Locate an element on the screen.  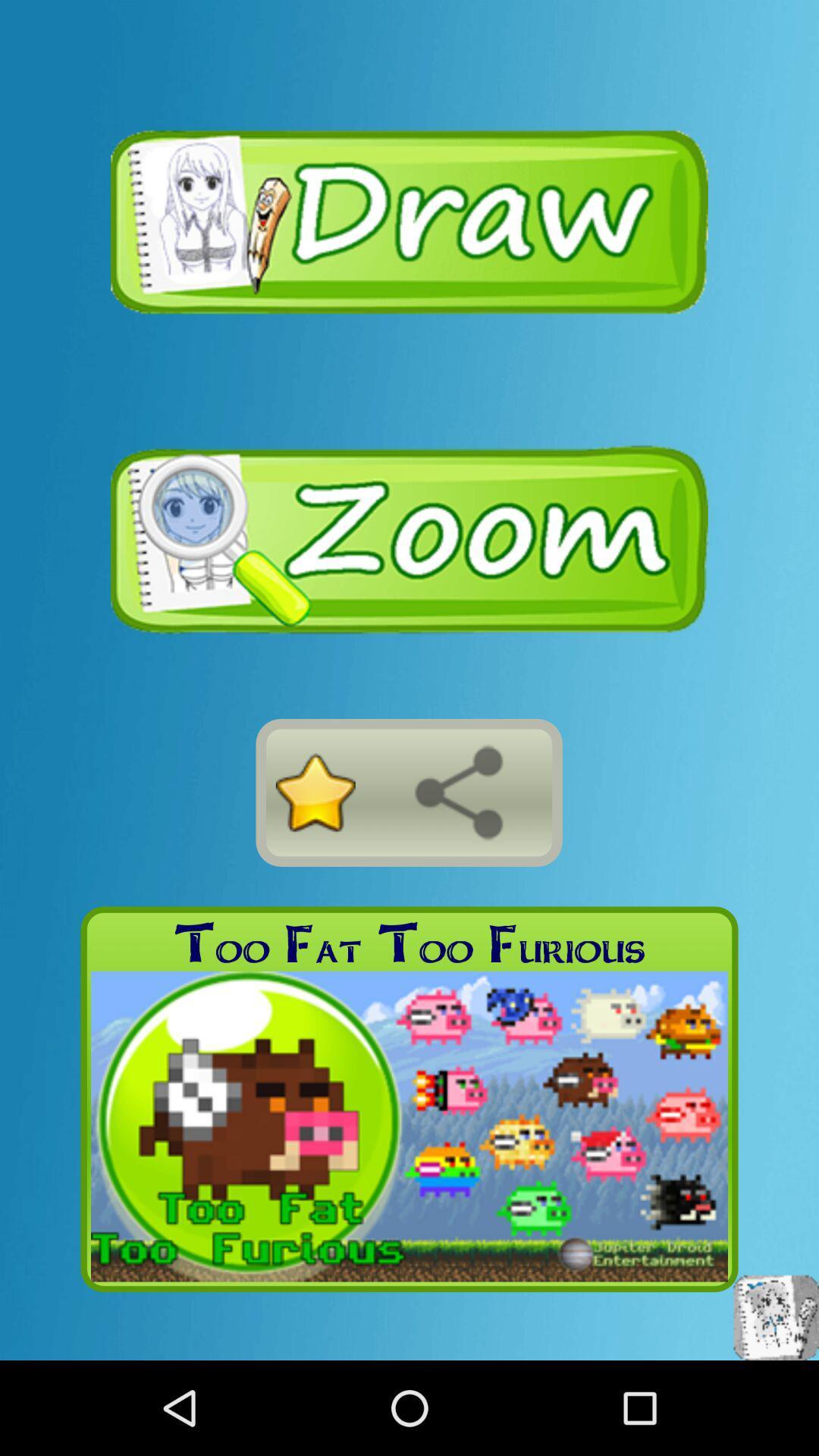
zoom is located at coordinates (409, 539).